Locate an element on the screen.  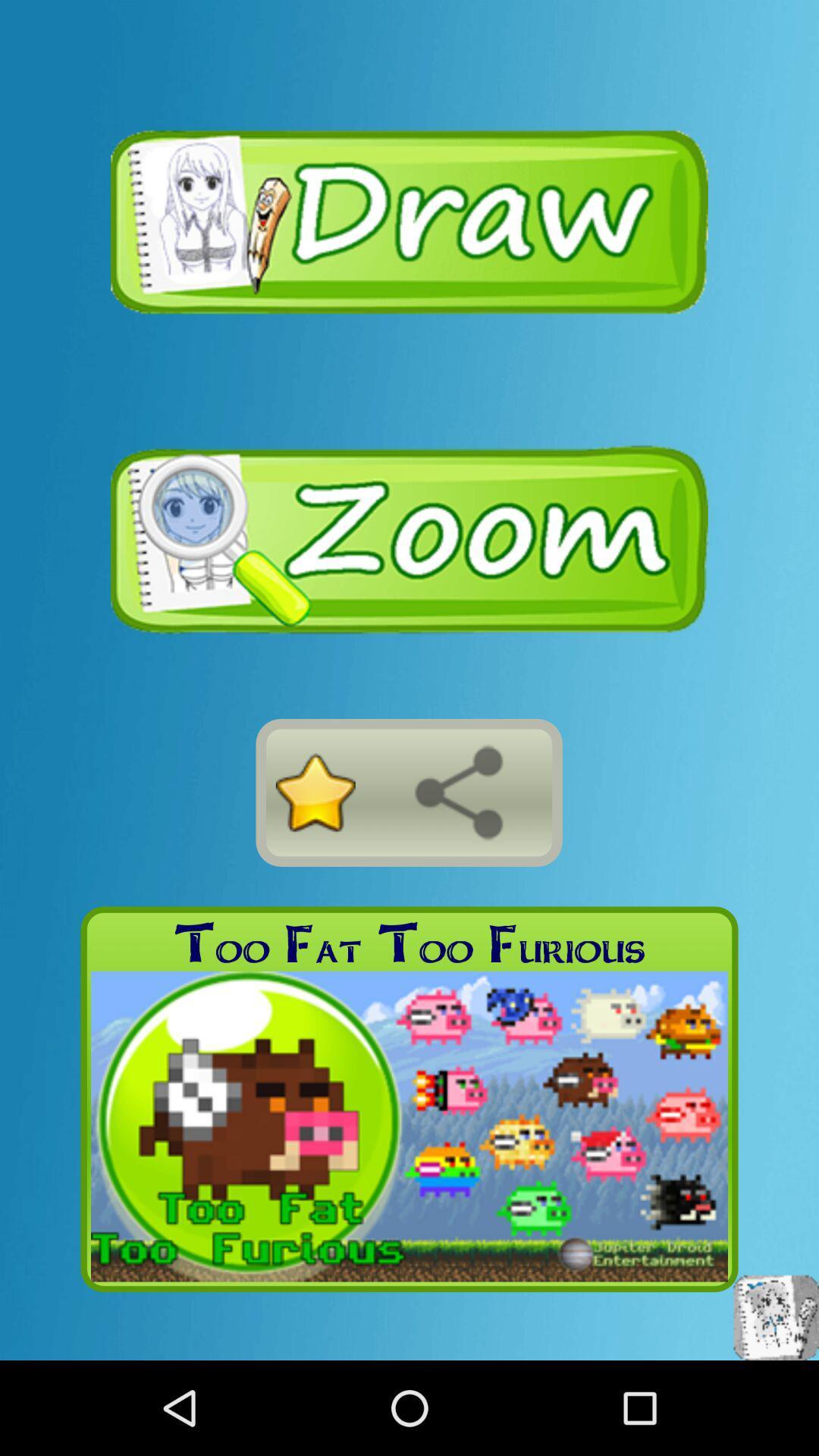
zoom is located at coordinates (409, 539).